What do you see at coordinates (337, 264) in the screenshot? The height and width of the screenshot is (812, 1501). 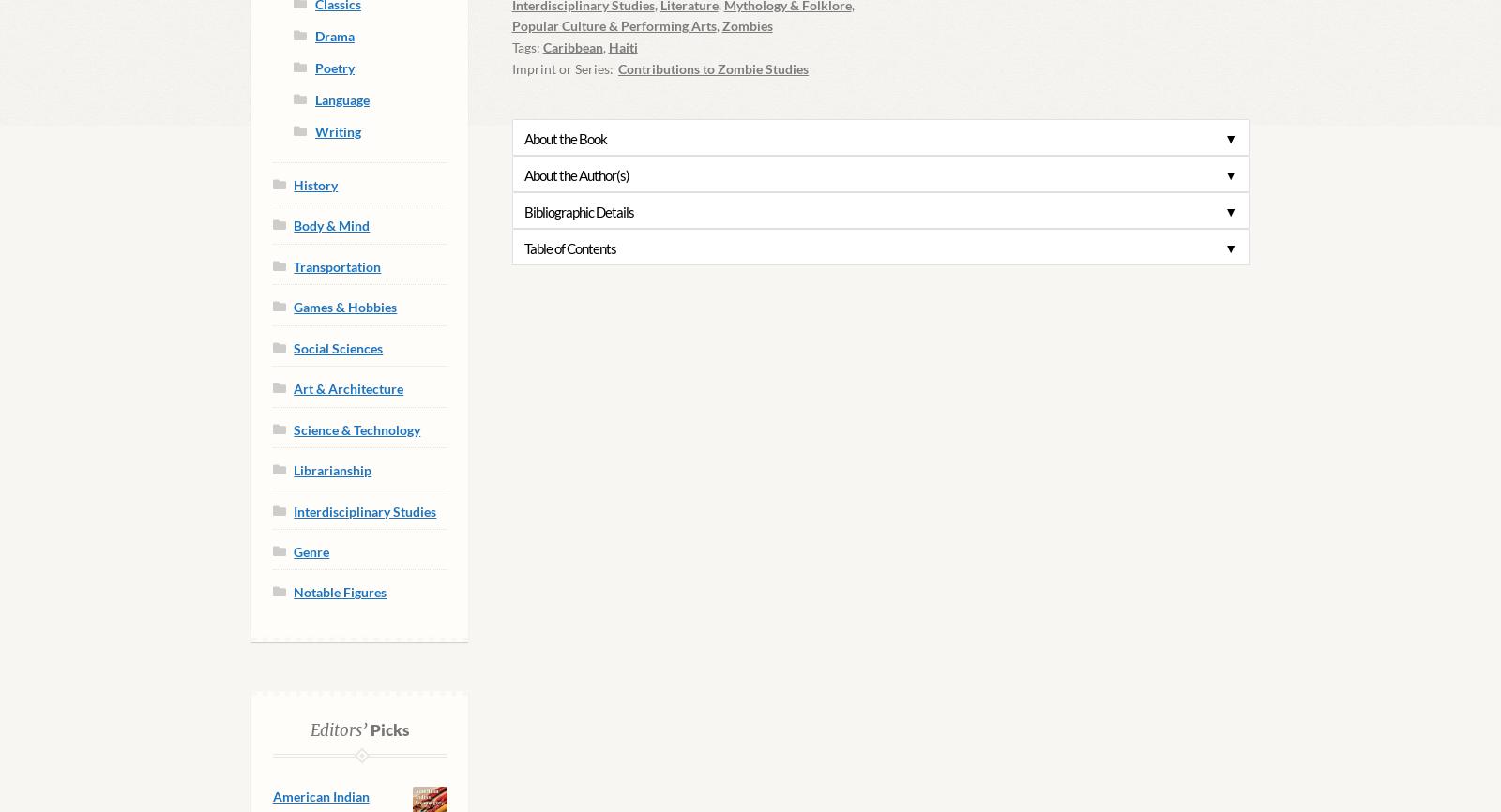 I see `'Transportation'` at bounding box center [337, 264].